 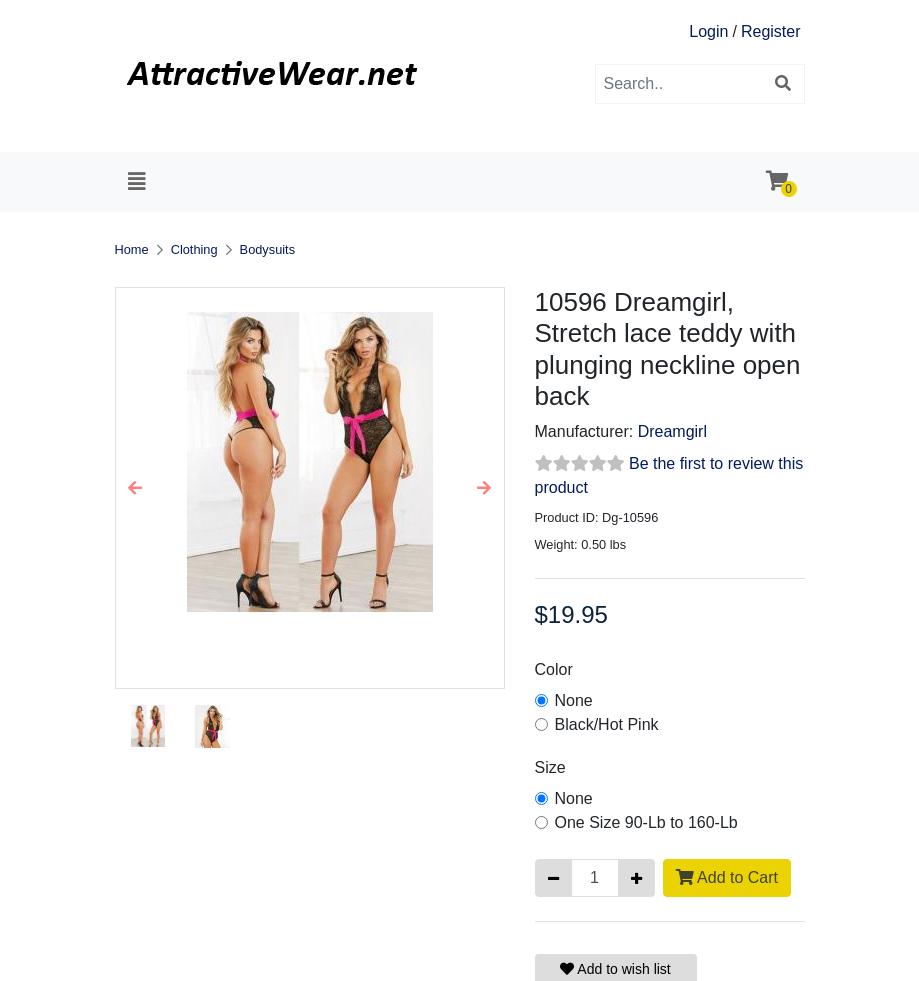 What do you see at coordinates (605, 724) in the screenshot?
I see `'Black/Hot Pink'` at bounding box center [605, 724].